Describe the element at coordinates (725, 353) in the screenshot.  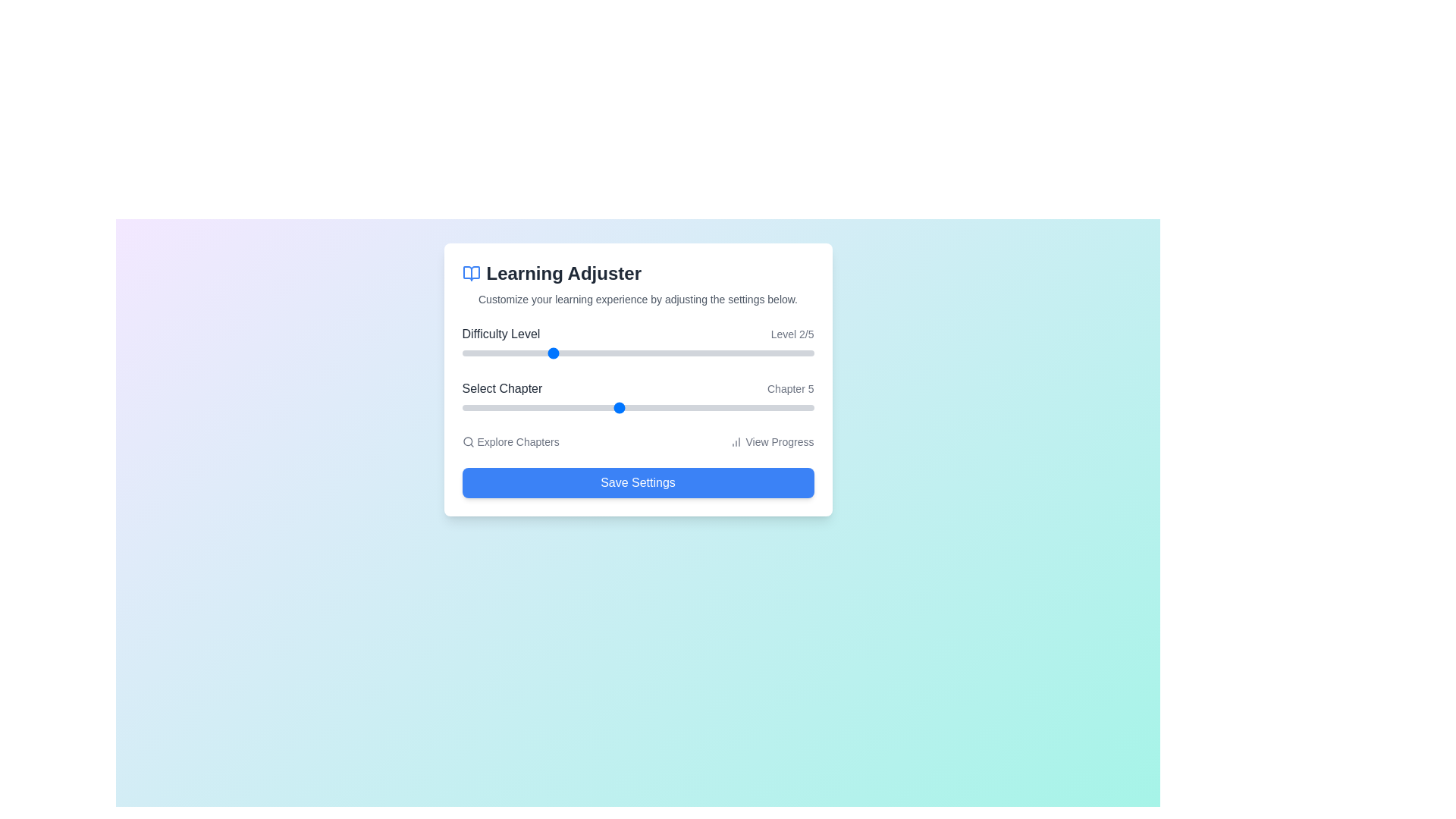
I see `the learning difficulty level` at that location.